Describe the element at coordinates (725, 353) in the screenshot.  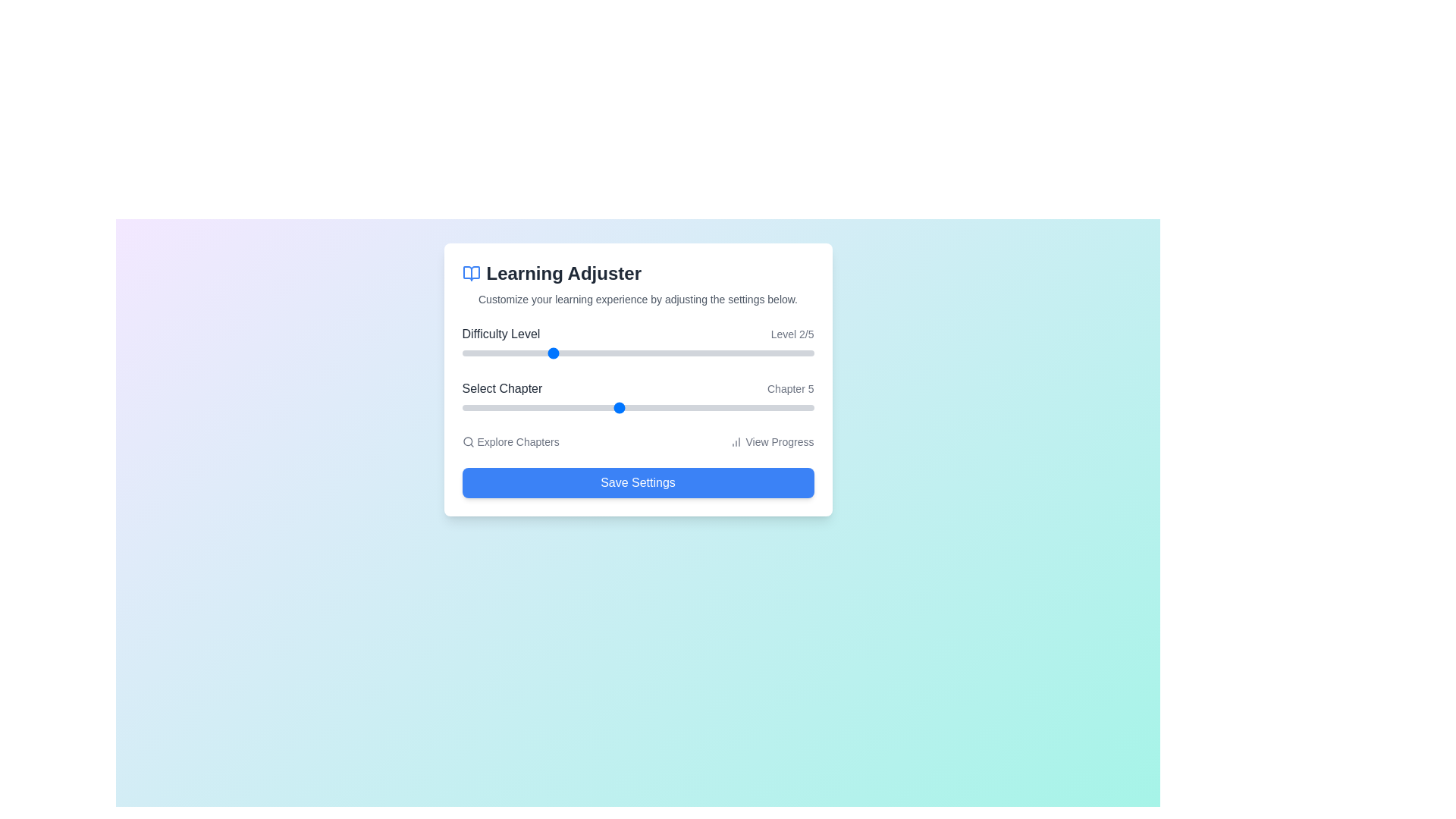
I see `the learning difficulty level` at that location.